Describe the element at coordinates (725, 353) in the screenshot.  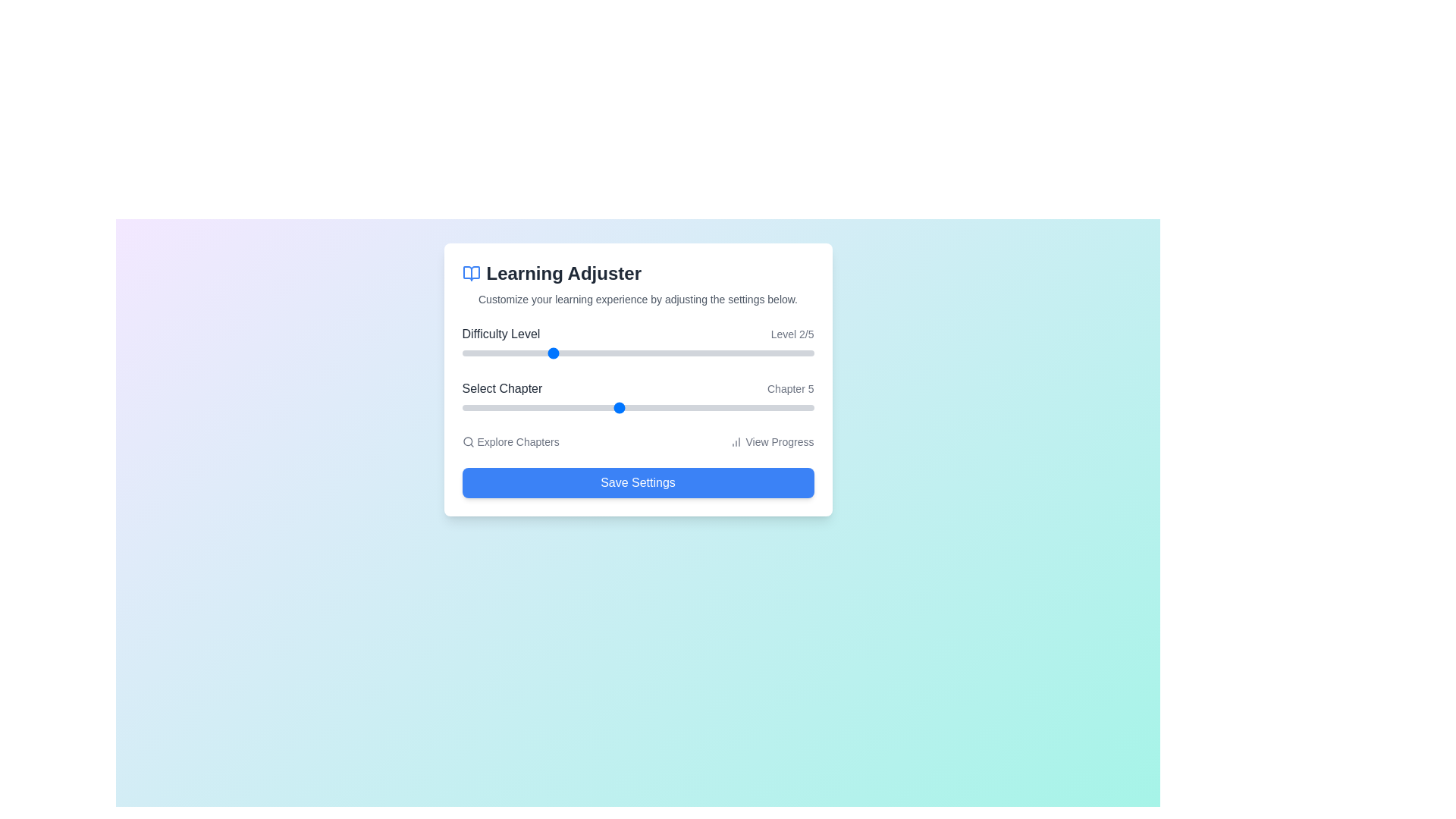
I see `the learning difficulty level` at that location.